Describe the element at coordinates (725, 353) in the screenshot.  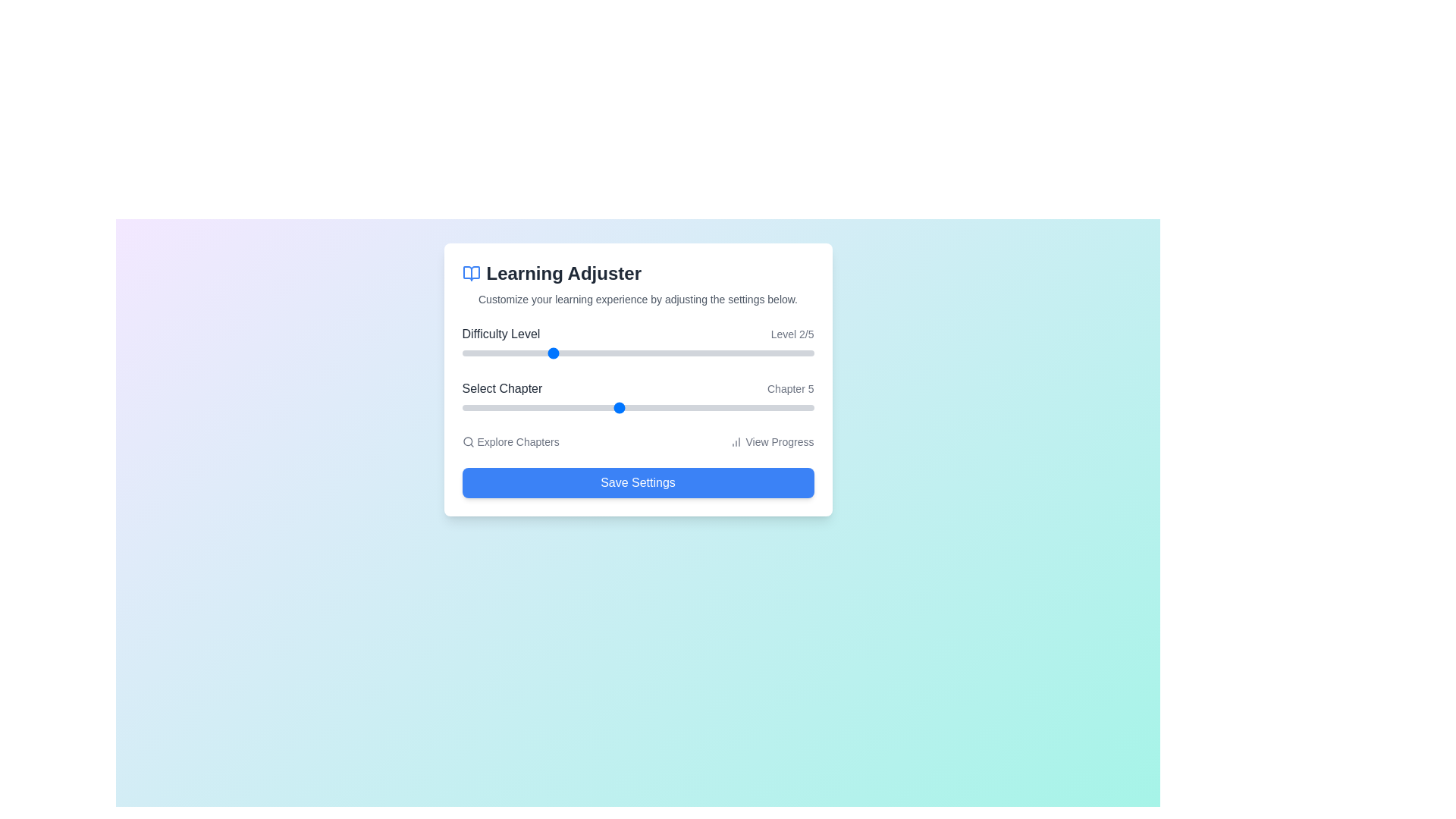
I see `the learning difficulty level` at that location.